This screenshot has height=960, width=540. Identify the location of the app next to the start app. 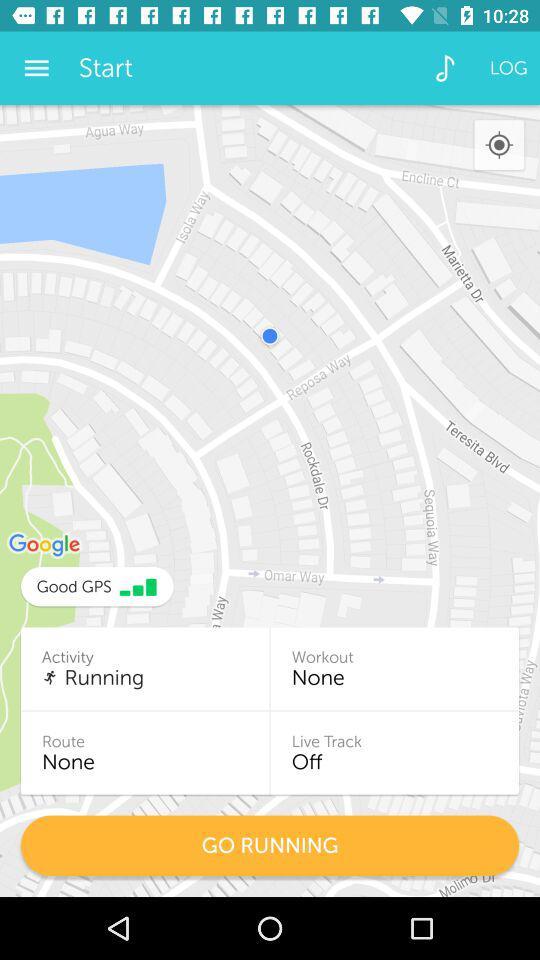
(36, 68).